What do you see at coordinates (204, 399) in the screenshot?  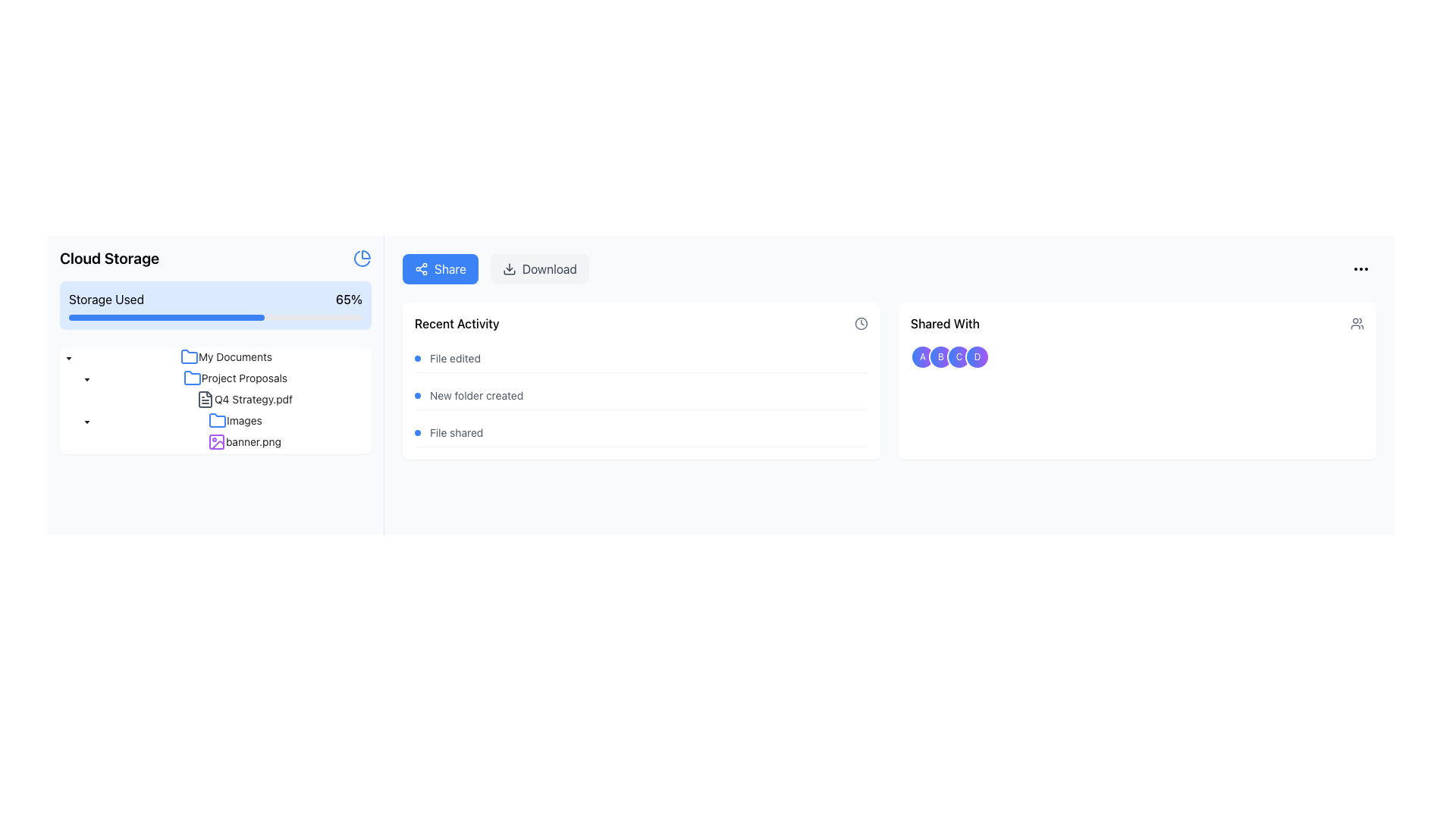 I see `the document icon representing the 'Q4 Strategy.pdf' file located in the 'Cloud Storage' section` at bounding box center [204, 399].